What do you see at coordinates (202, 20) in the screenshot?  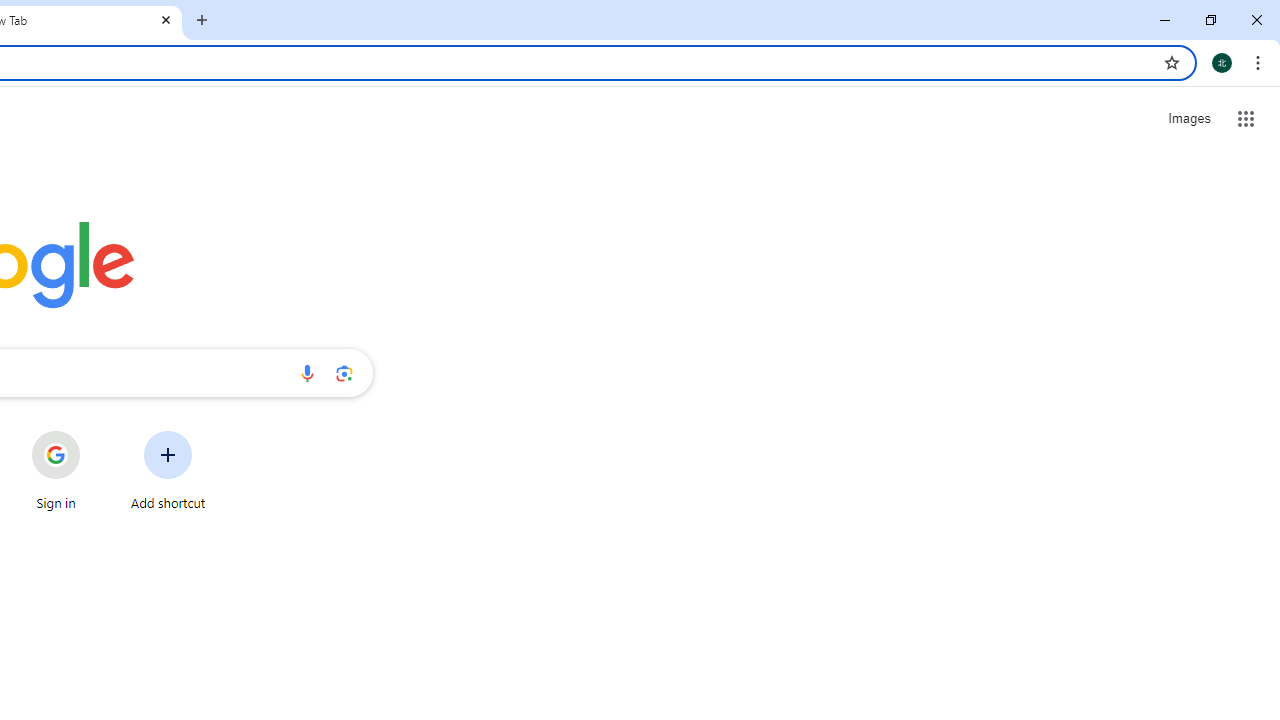 I see `'New Tab'` at bounding box center [202, 20].